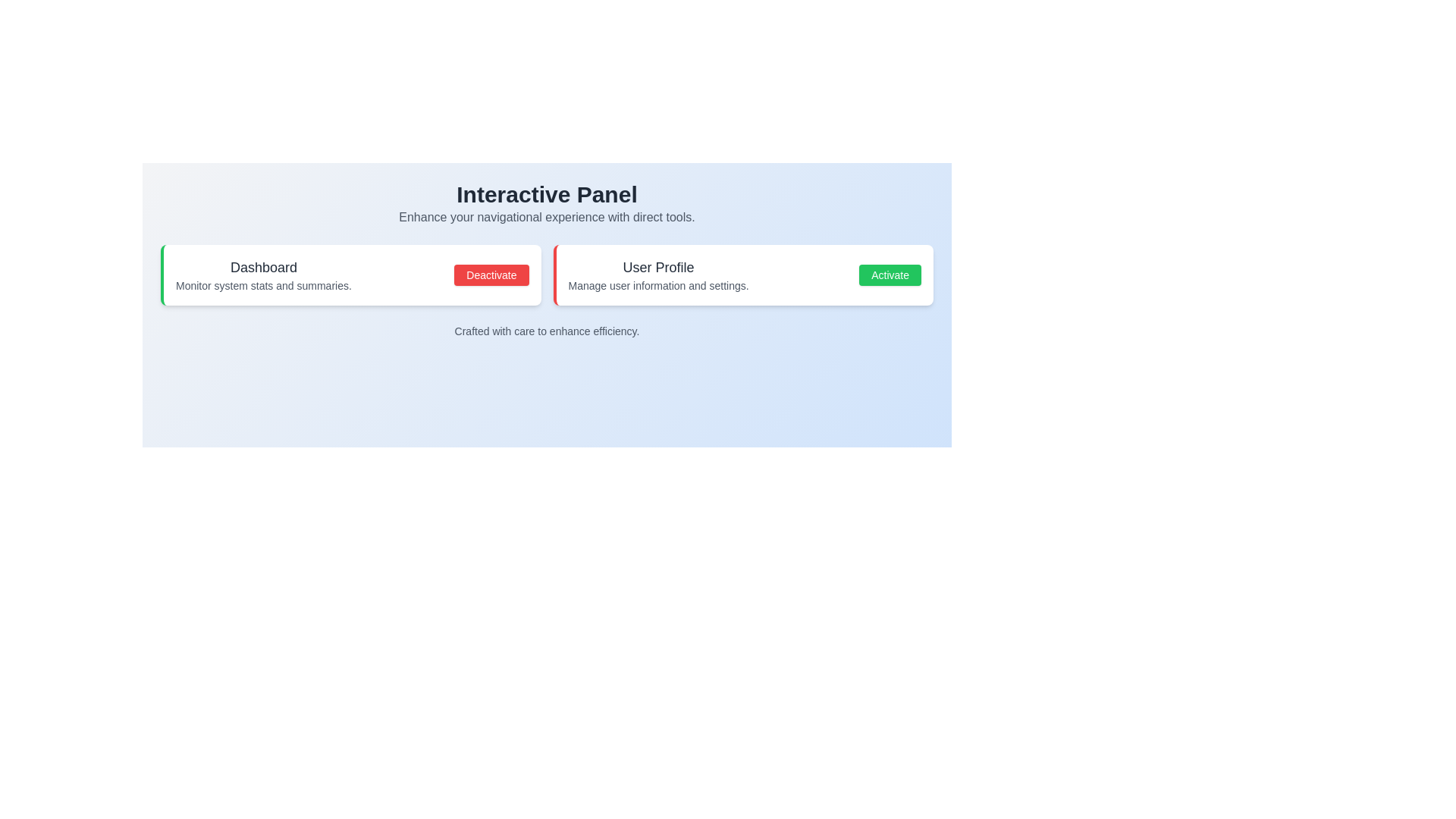 The height and width of the screenshot is (819, 1456). I want to click on the static text element displaying 'Enhance your navigational experience with direct tools.', which is centered below the title 'Interactive Panel', so click(546, 217).